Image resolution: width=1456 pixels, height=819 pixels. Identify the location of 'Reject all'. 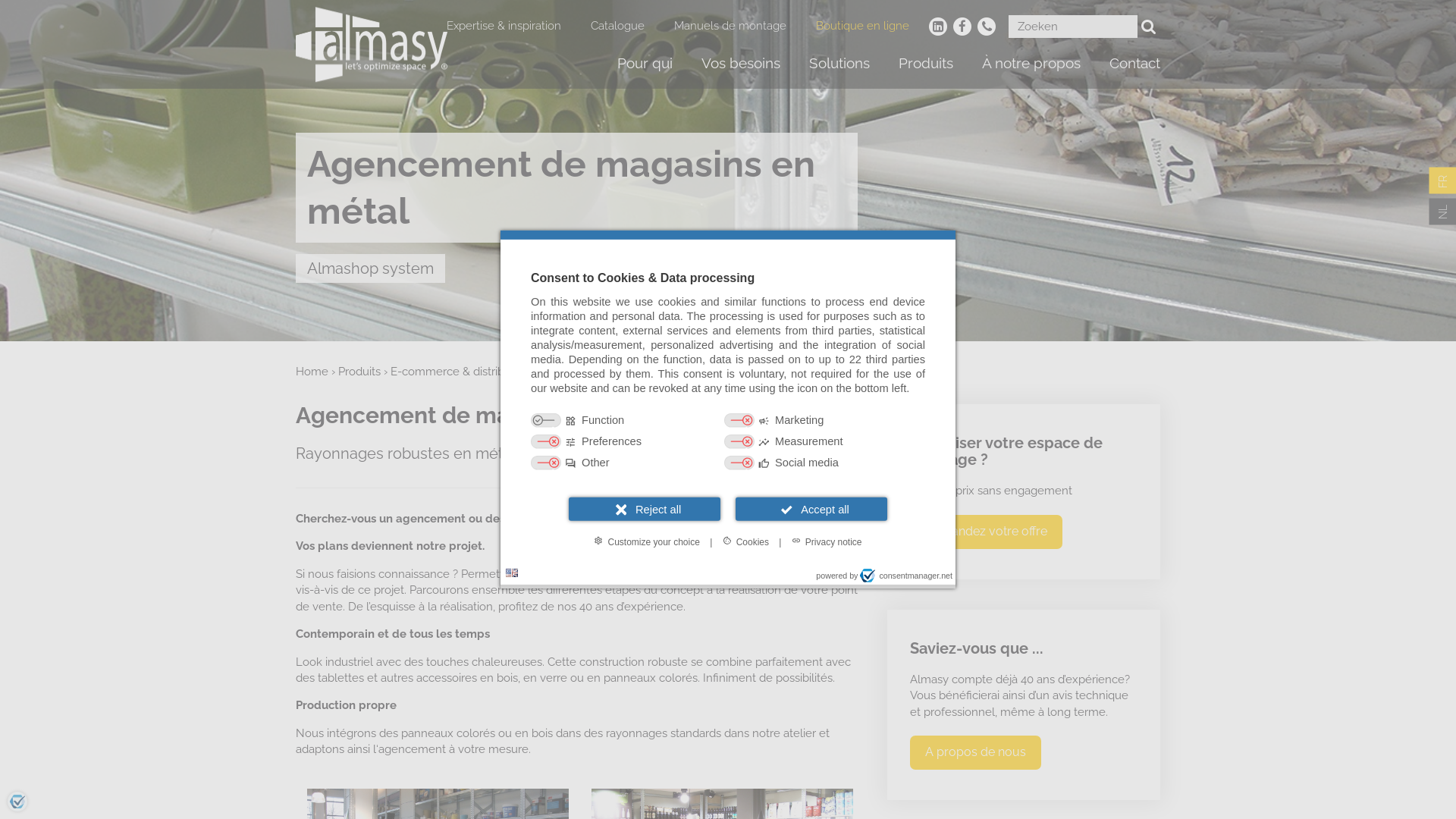
(644, 509).